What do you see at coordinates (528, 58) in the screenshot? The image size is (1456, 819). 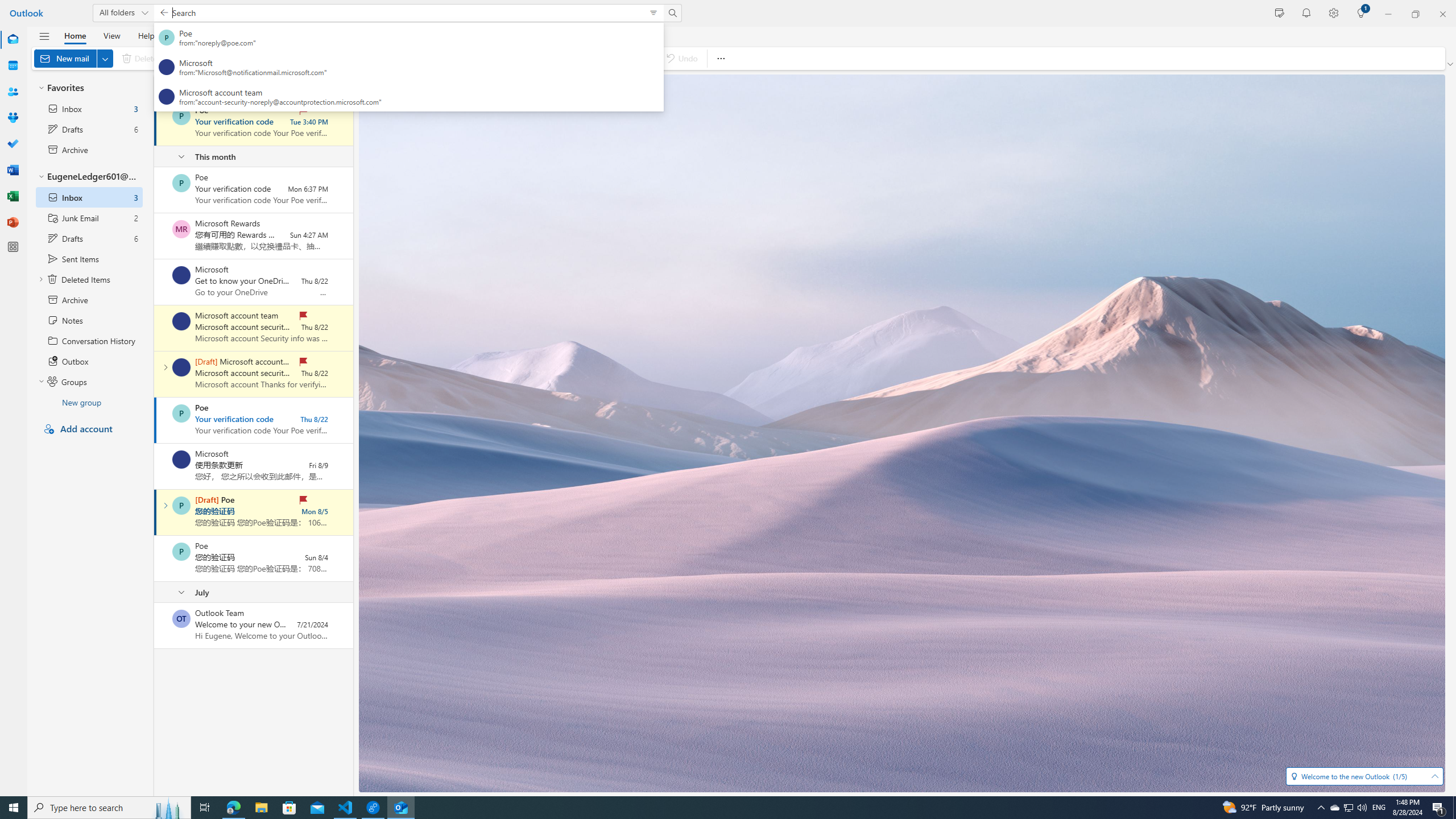 I see `'Flag / Unflag'` at bounding box center [528, 58].